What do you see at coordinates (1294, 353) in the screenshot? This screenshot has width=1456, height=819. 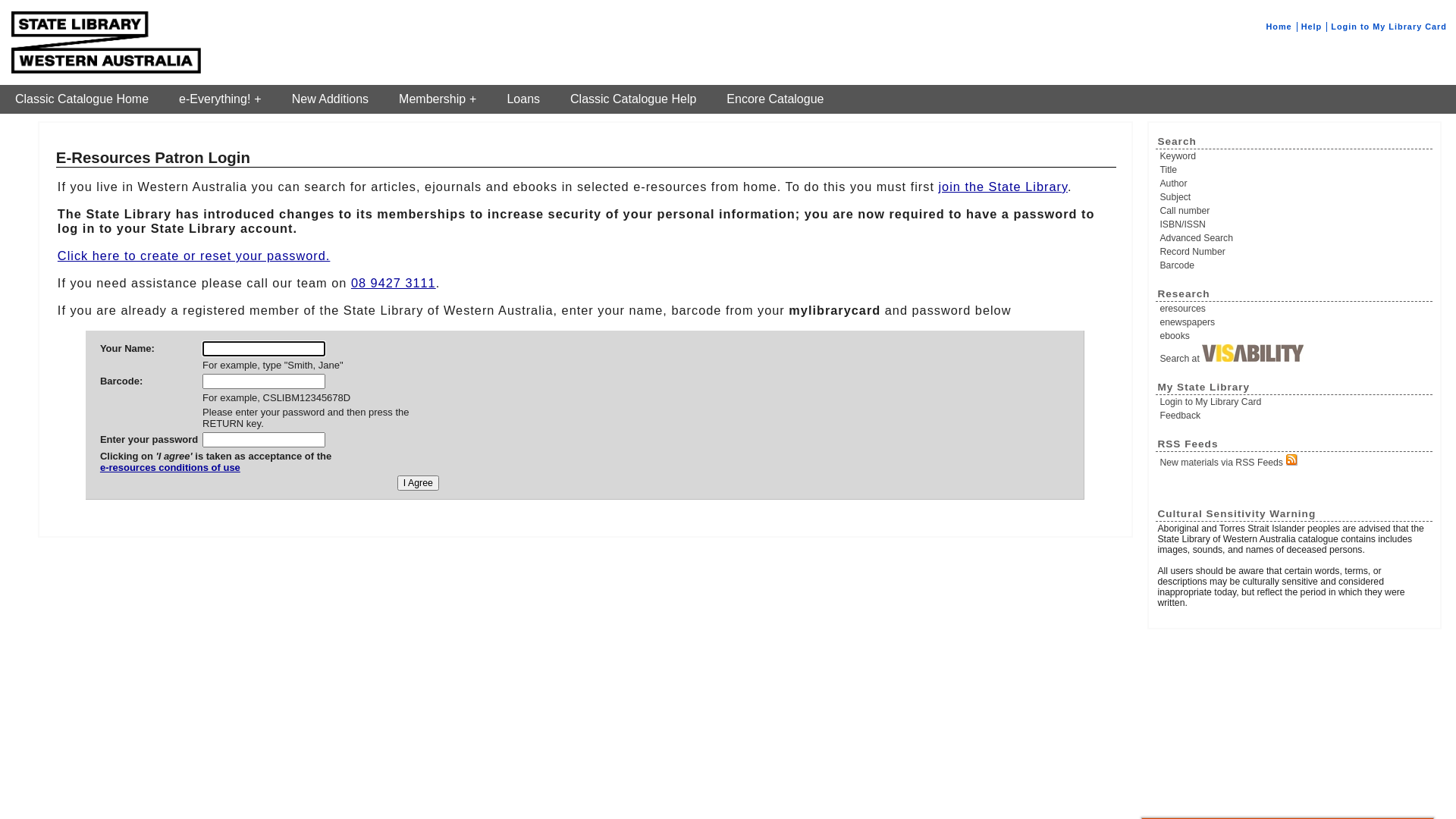 I see `'Search at'` at bounding box center [1294, 353].